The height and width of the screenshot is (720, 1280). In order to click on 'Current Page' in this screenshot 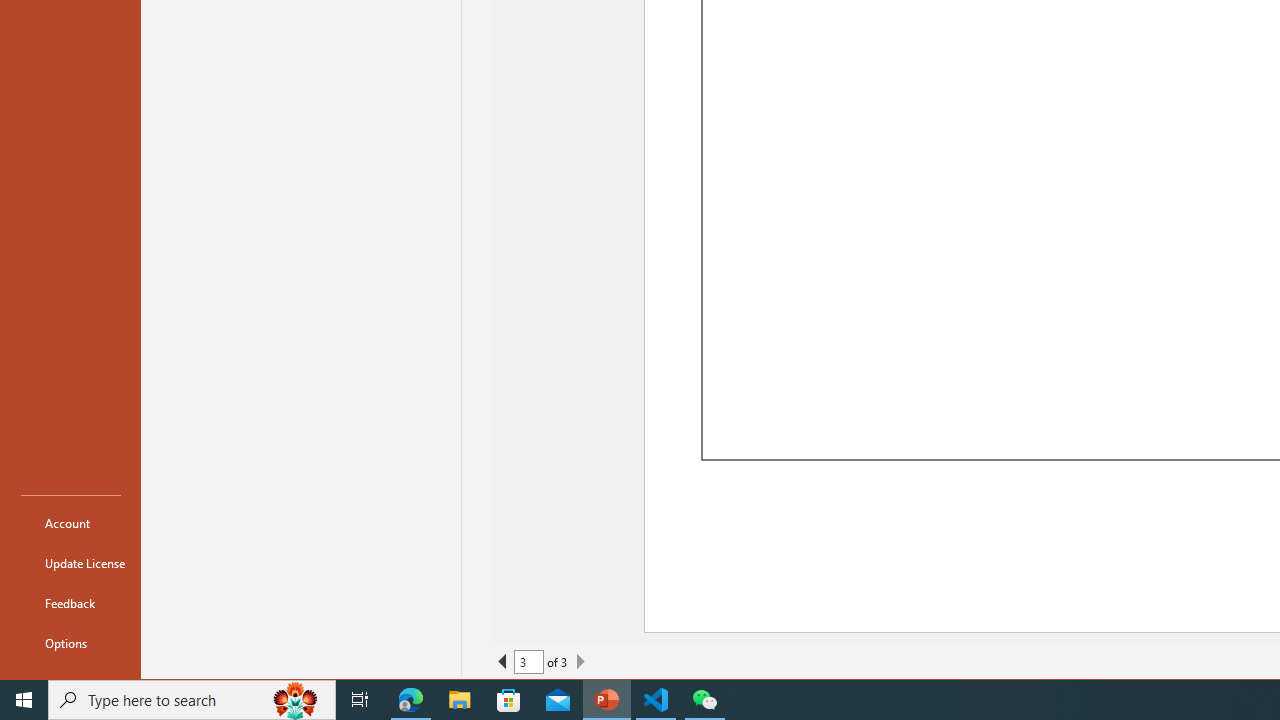, I will do `click(528, 662)`.